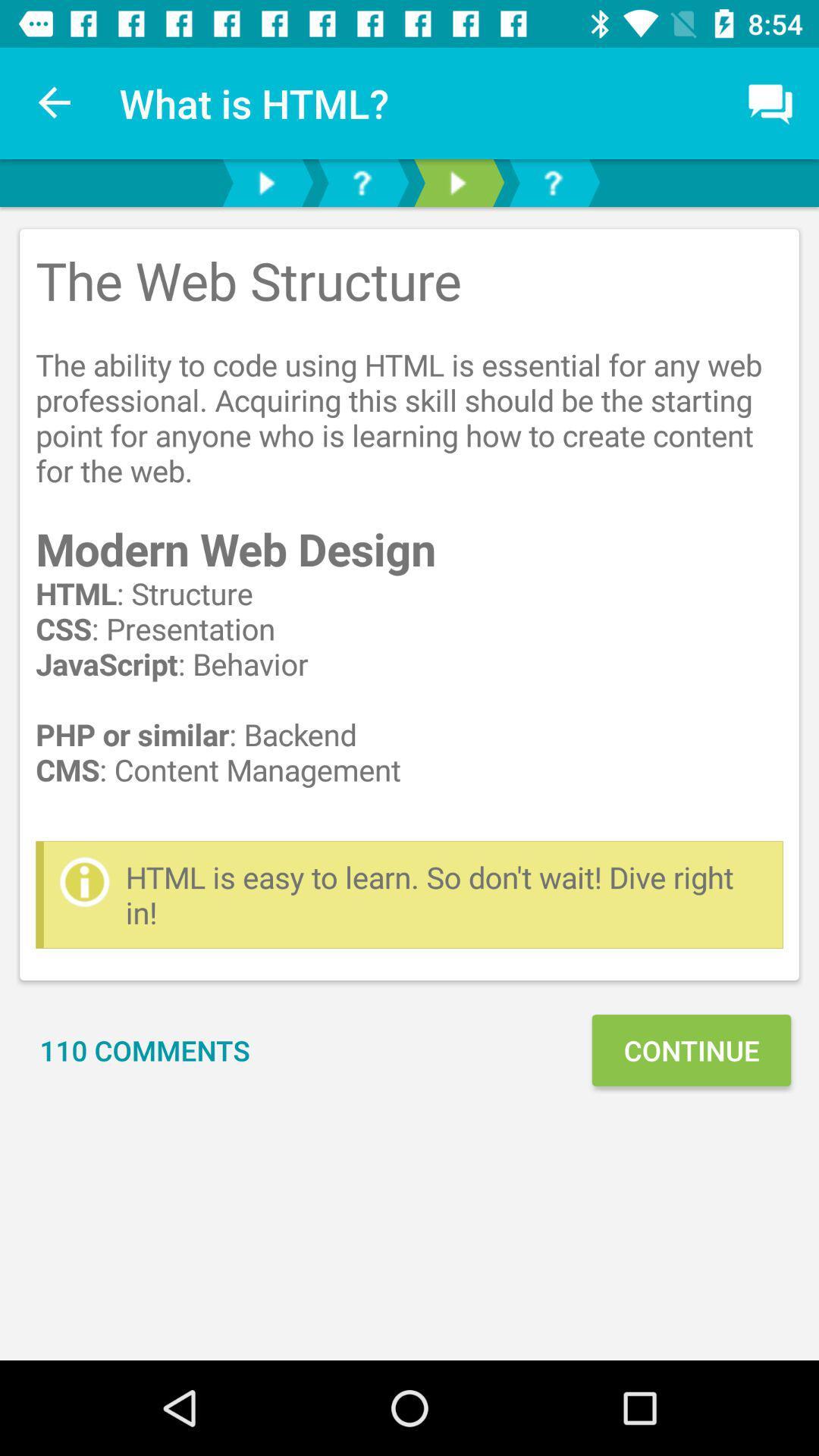 The height and width of the screenshot is (1456, 819). What do you see at coordinates (84, 881) in the screenshot?
I see `the information icon` at bounding box center [84, 881].